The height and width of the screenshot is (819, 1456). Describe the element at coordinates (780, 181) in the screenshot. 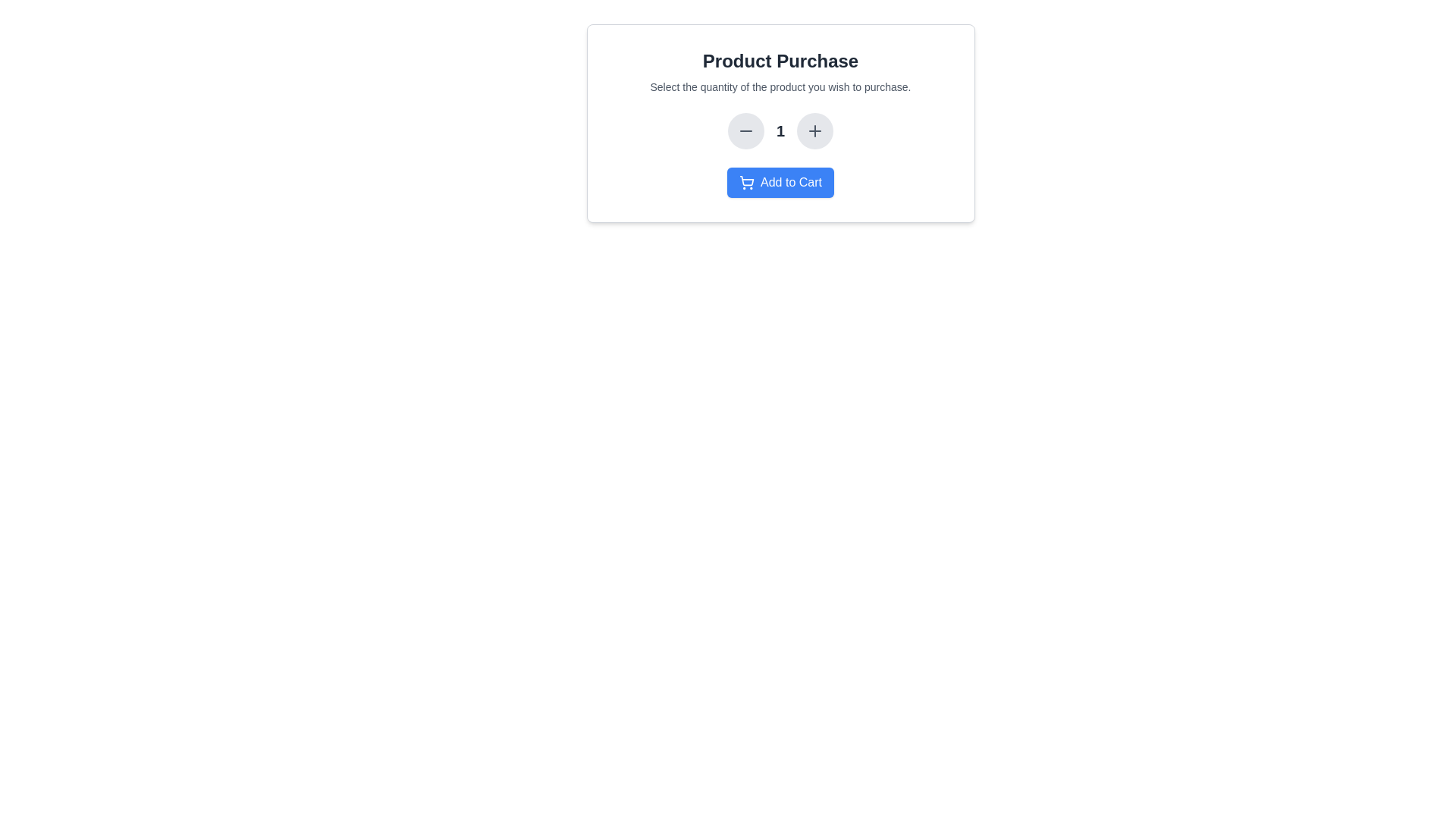

I see `the button labeled 'Add to Cart' located at the bottom of the 'Product Purchase' card` at that location.